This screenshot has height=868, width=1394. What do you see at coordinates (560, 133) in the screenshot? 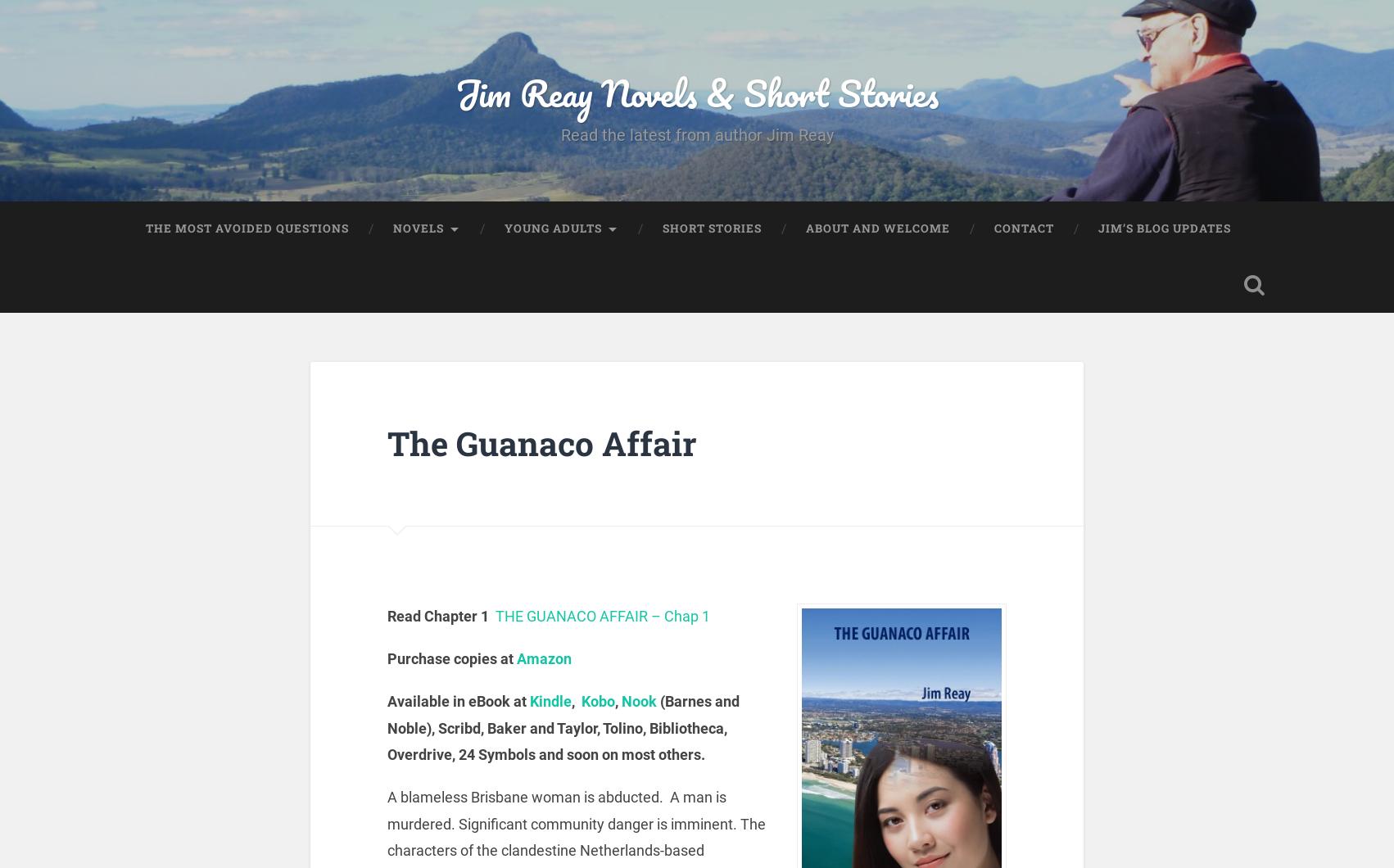
I see `'Read the latest from author Jim Reay'` at bounding box center [560, 133].